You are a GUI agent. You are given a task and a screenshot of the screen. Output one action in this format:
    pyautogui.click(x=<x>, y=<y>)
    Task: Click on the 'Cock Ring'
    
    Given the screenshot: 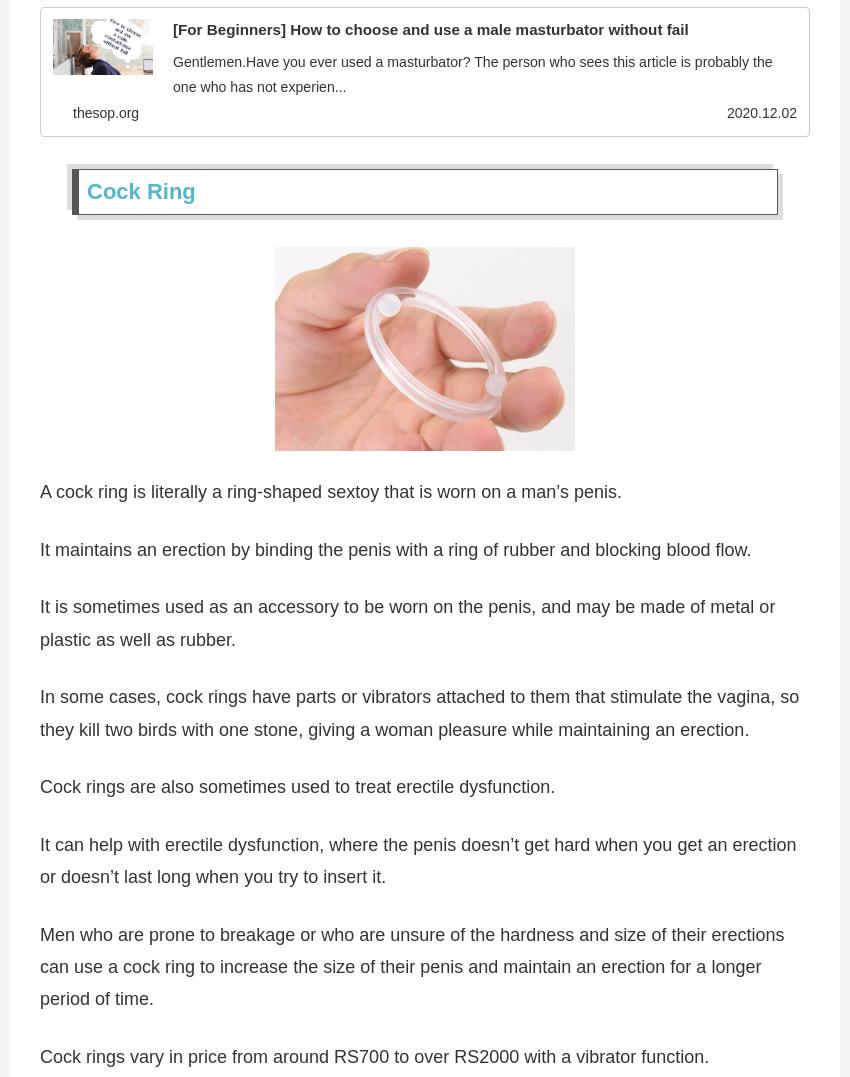 What is the action you would take?
    pyautogui.click(x=141, y=193)
    